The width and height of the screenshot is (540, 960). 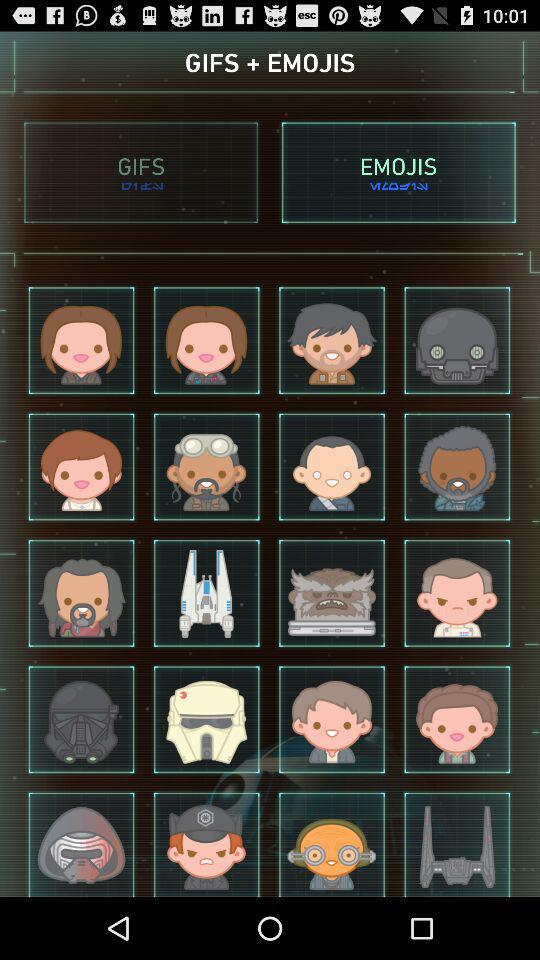 What do you see at coordinates (457, 467) in the screenshot?
I see `the second row fourth image` at bounding box center [457, 467].